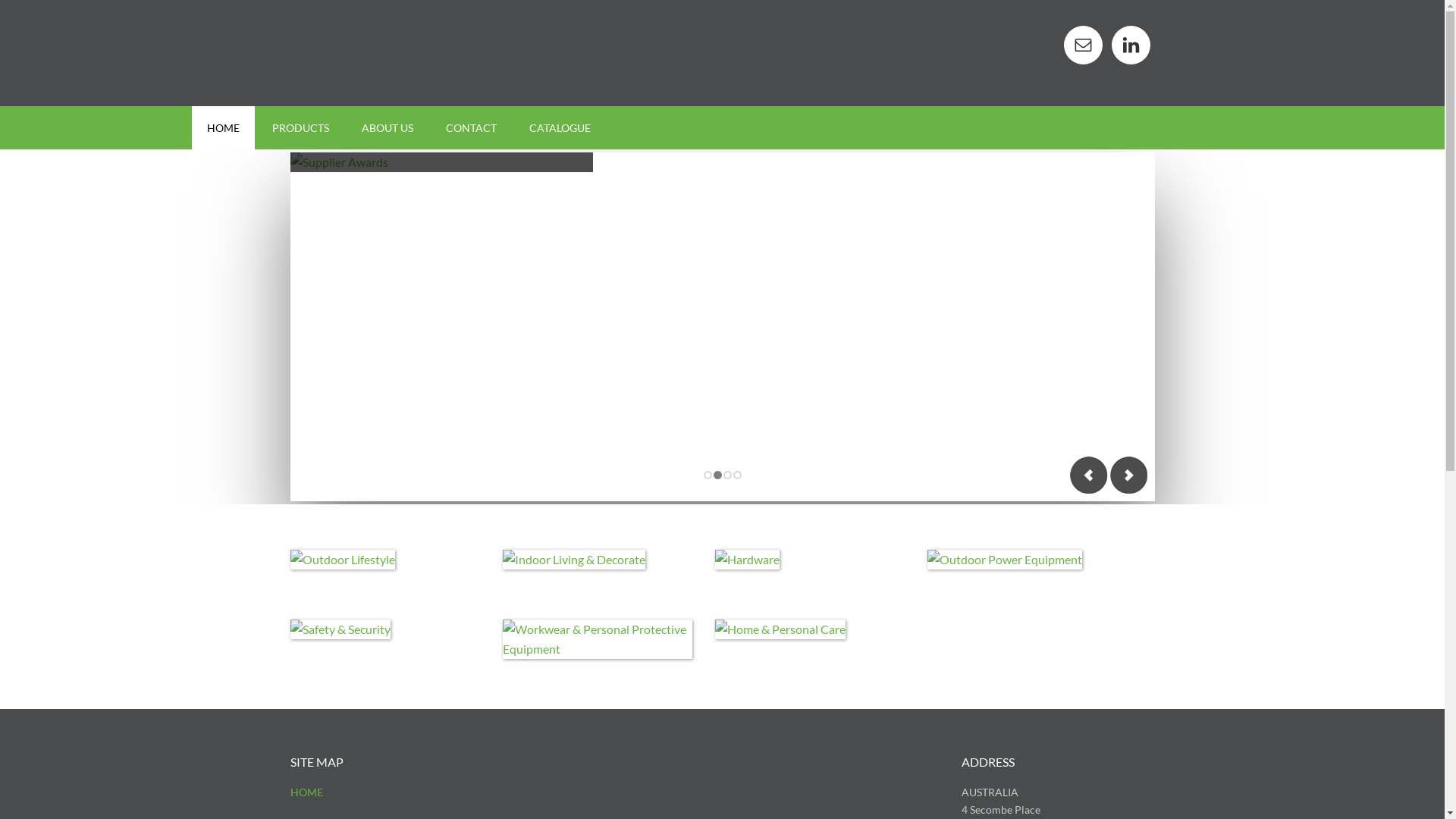 The image size is (1456, 819). I want to click on 'Previous', so click(1087, 474).